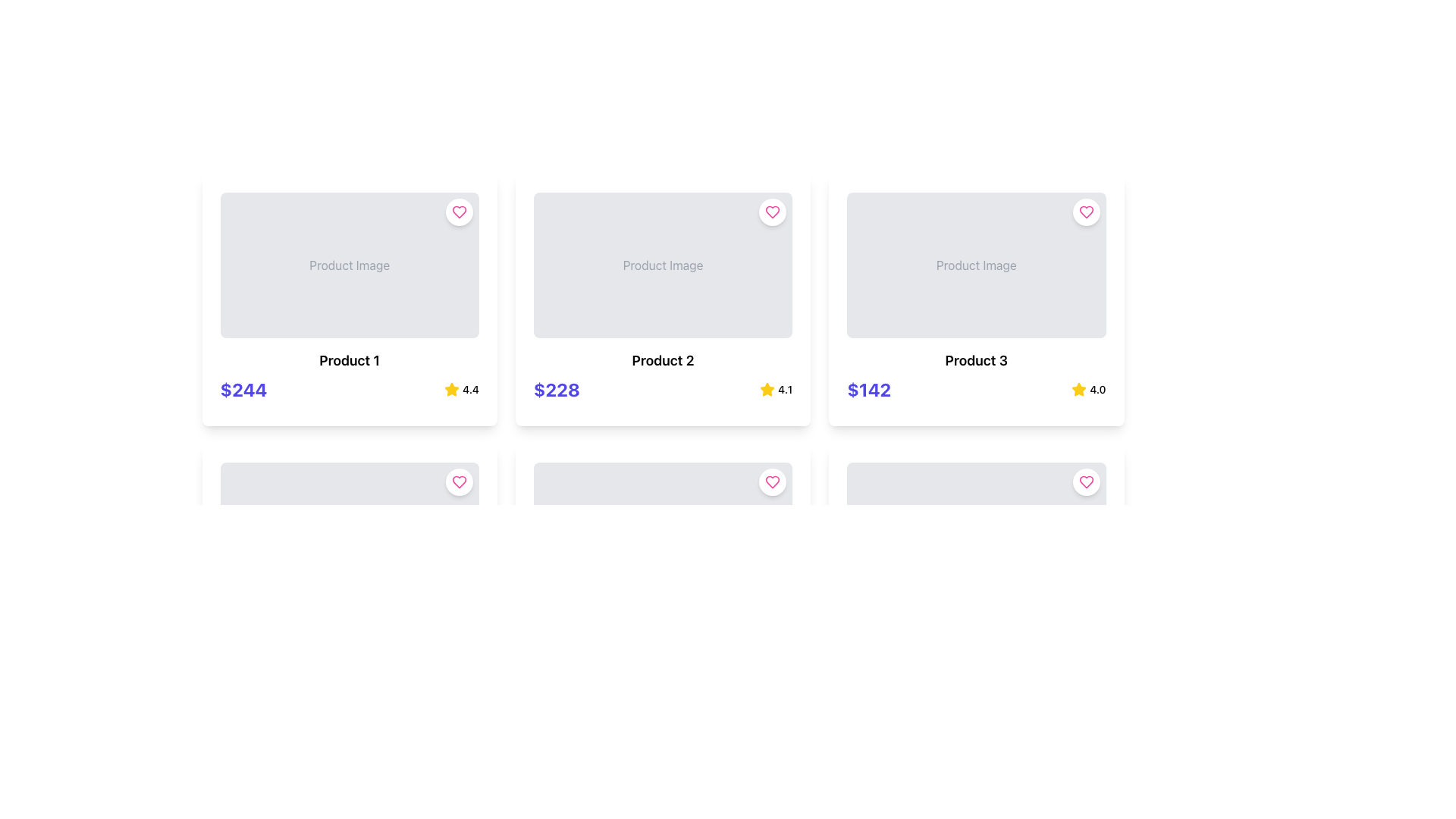  What do you see at coordinates (1085, 212) in the screenshot?
I see `the circular 'favorite' or 'like' button located at the top-right corner of the 'Product 3' card` at bounding box center [1085, 212].